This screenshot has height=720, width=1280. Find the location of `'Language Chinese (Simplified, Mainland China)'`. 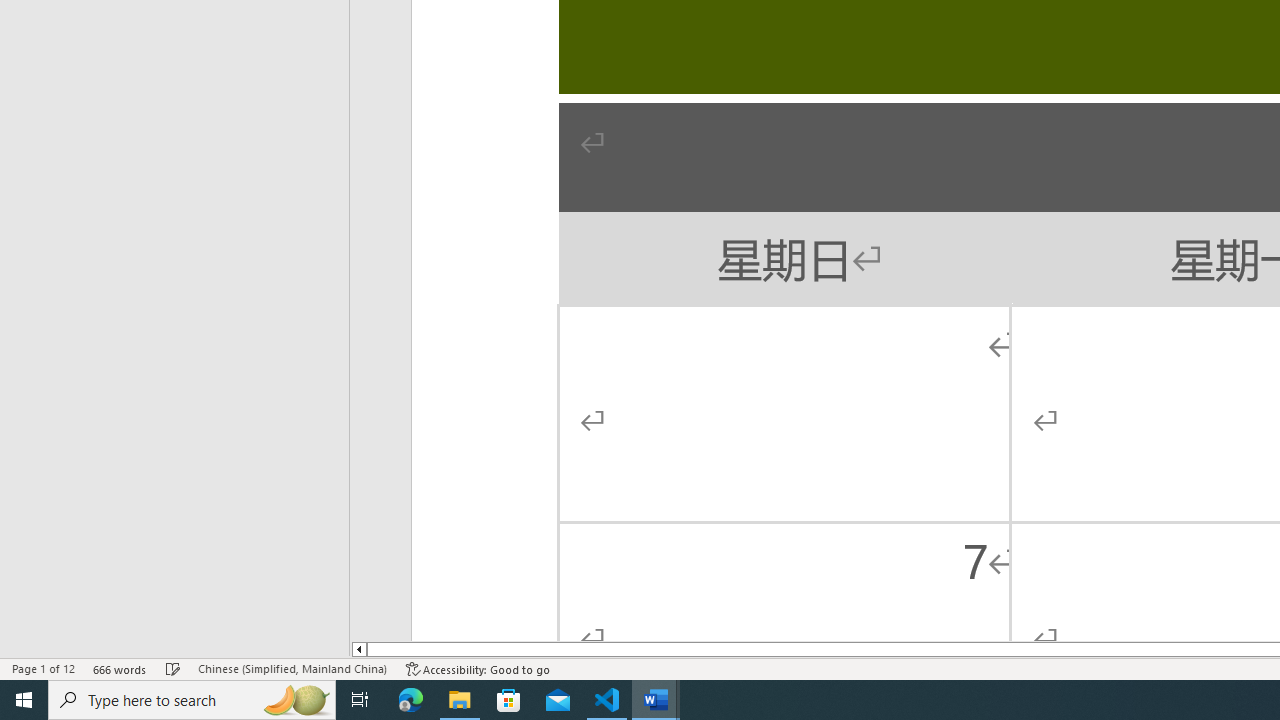

'Language Chinese (Simplified, Mainland China)' is located at coordinates (291, 669).